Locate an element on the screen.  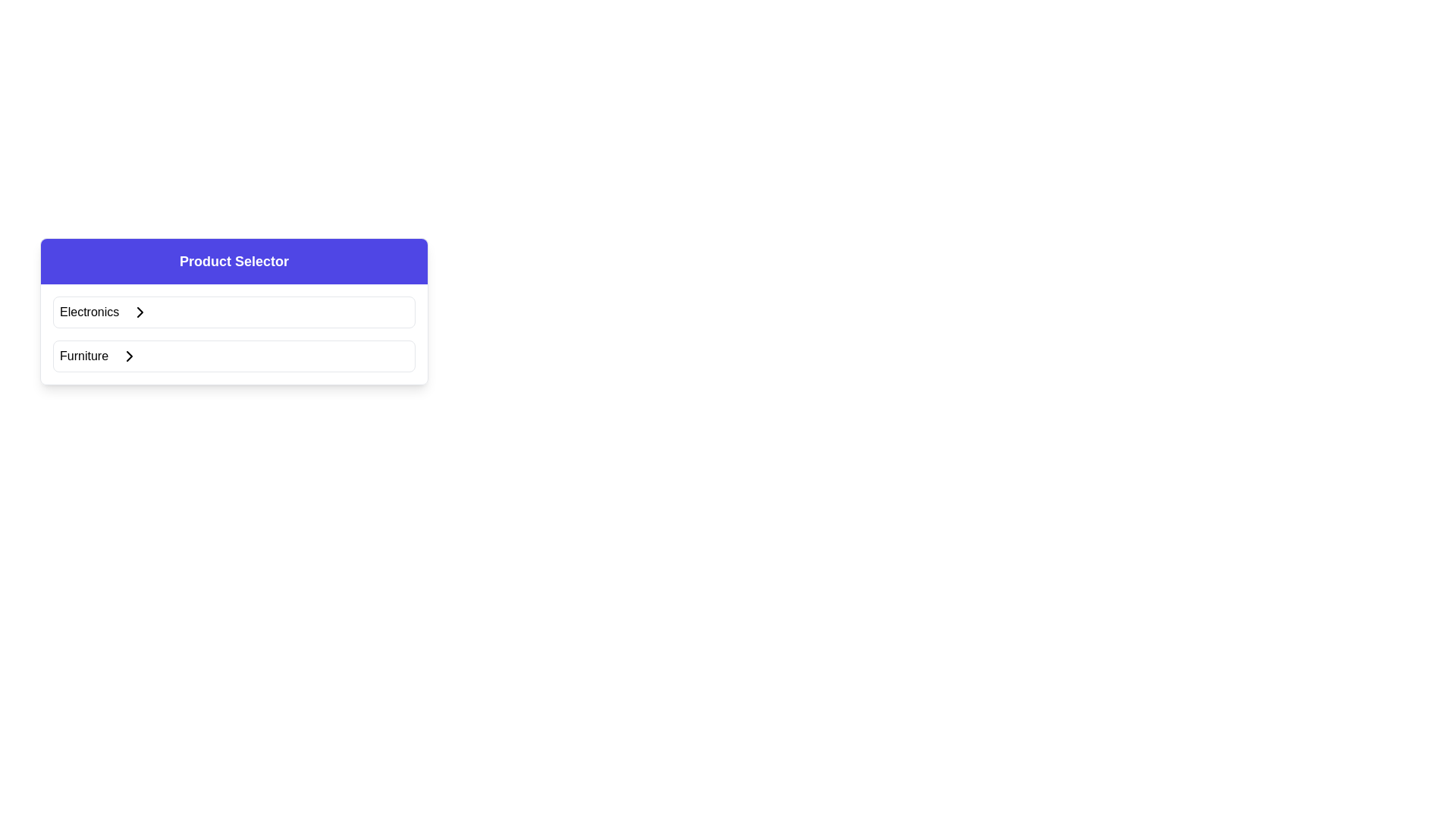
the 'Furniture' category label located within the second selectable item beneath the 'Product Selector' header, positioned to the left of the rightward arrow icon is located at coordinates (83, 356).